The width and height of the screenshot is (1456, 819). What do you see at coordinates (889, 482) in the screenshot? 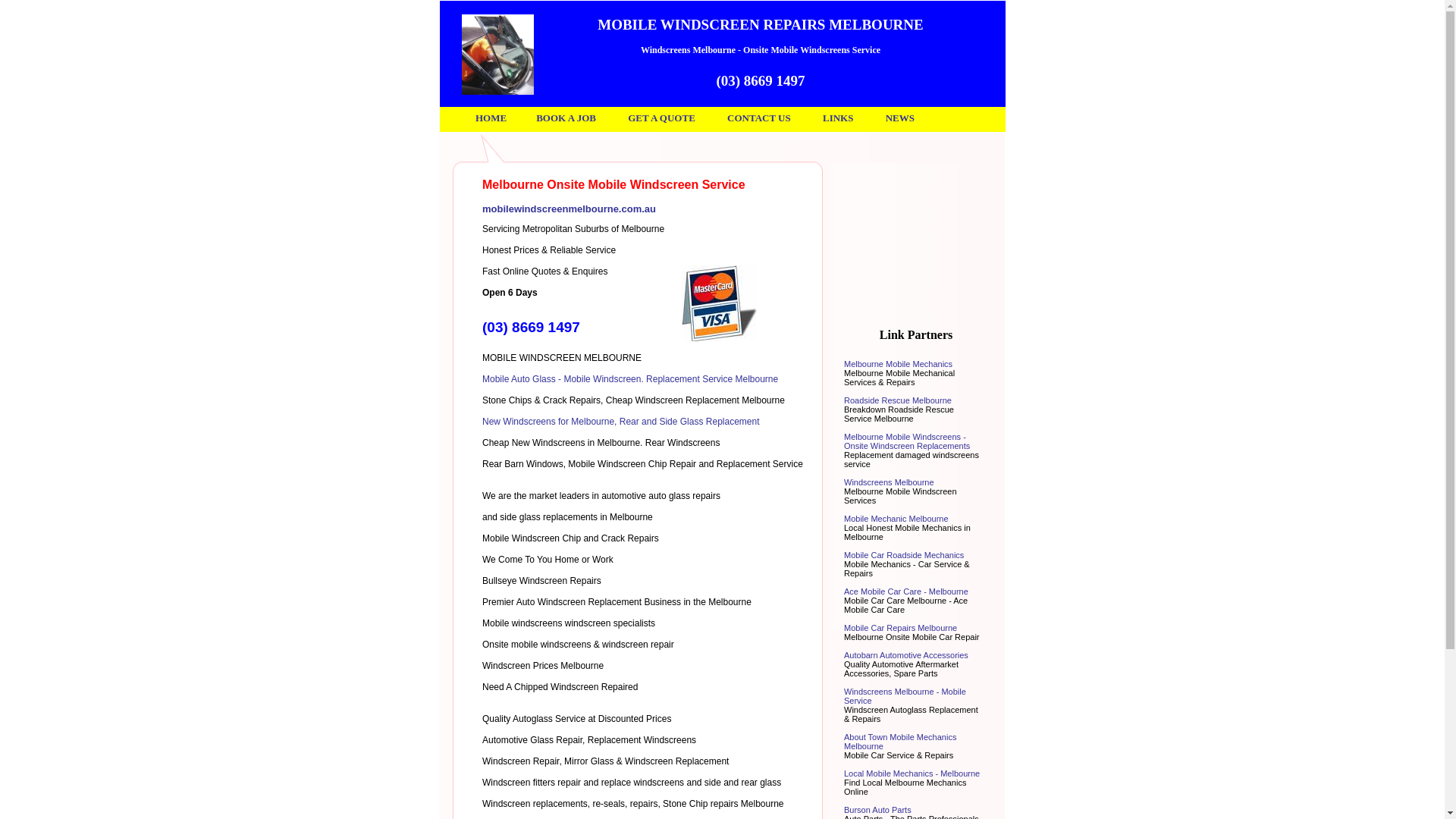
I see `'Windscreens Melbourne'` at bounding box center [889, 482].